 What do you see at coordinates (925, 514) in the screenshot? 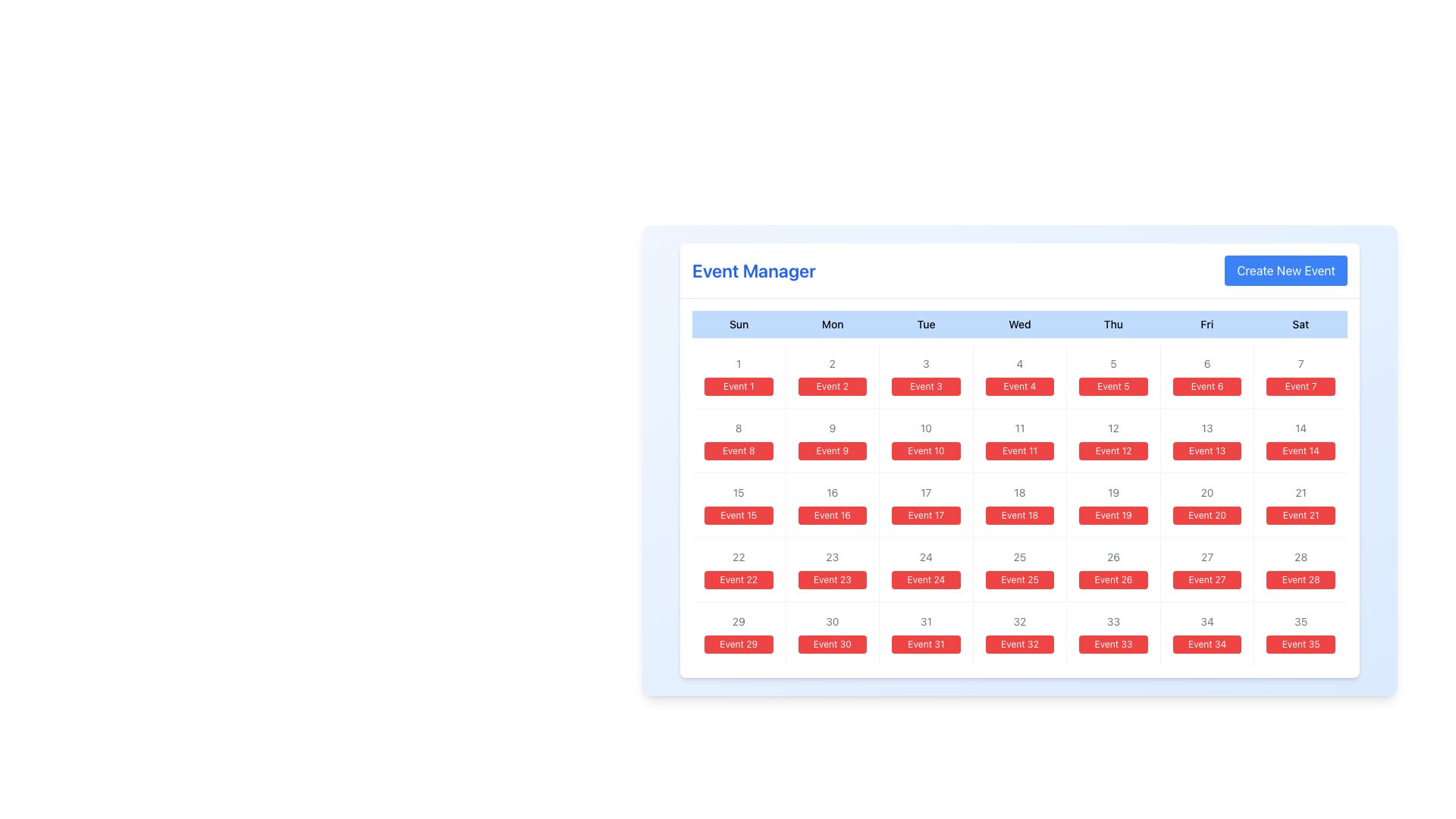
I see `the 'Event 17' button in the calendar layout` at bounding box center [925, 514].